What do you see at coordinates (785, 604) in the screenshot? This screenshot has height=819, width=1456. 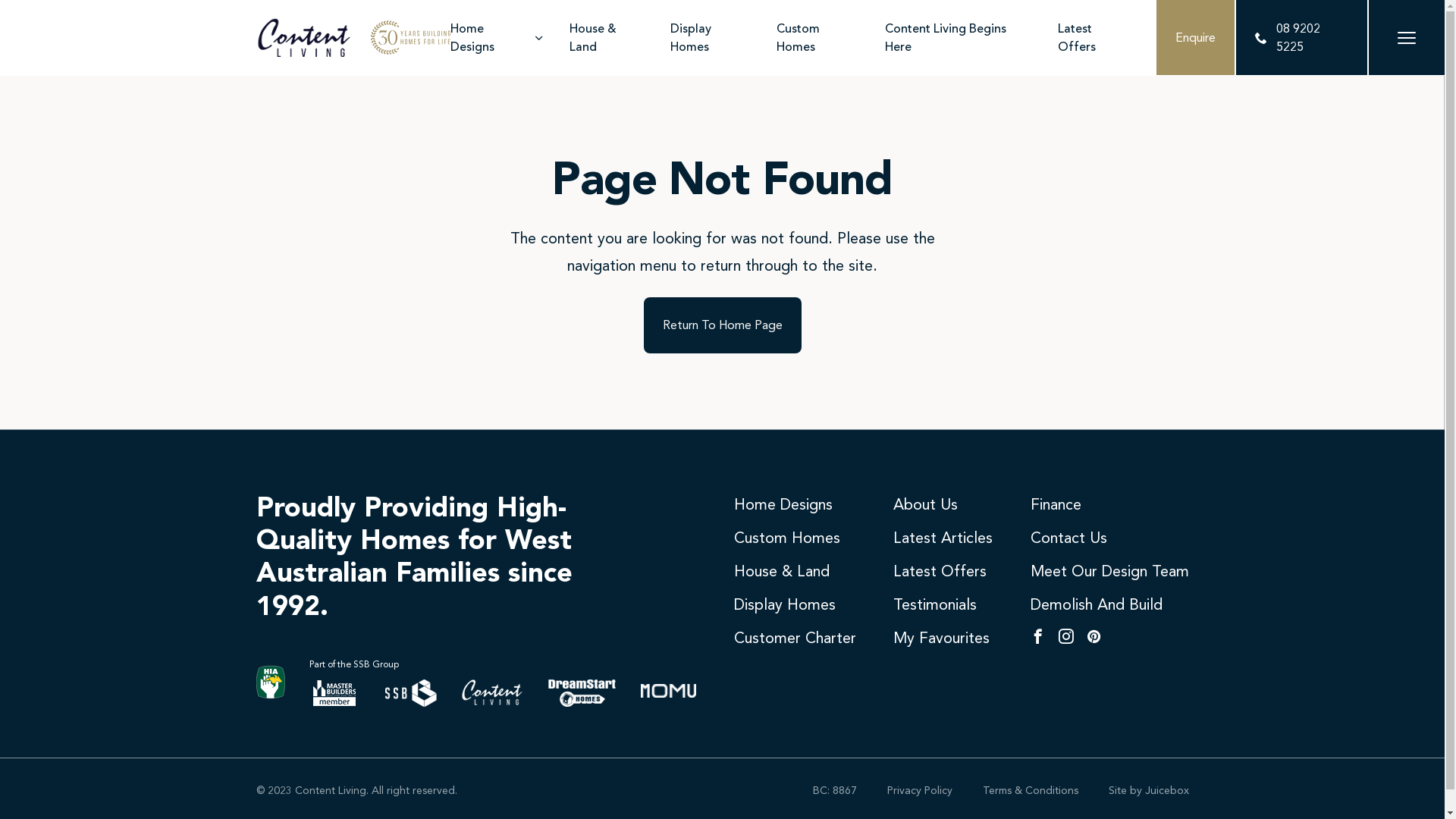 I see `'Display Homes'` at bounding box center [785, 604].